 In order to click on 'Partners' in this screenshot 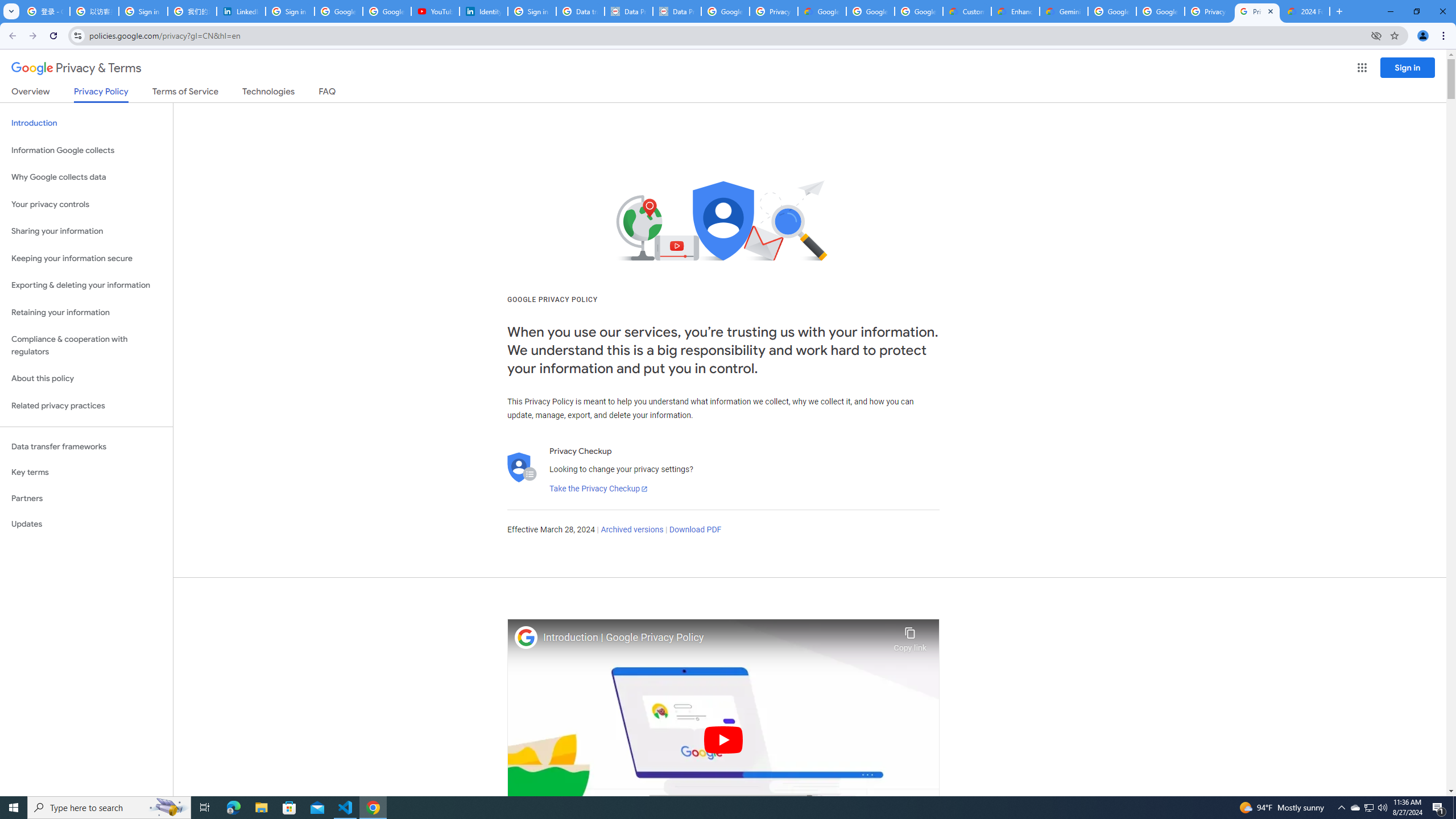, I will do `click(86, 498)`.